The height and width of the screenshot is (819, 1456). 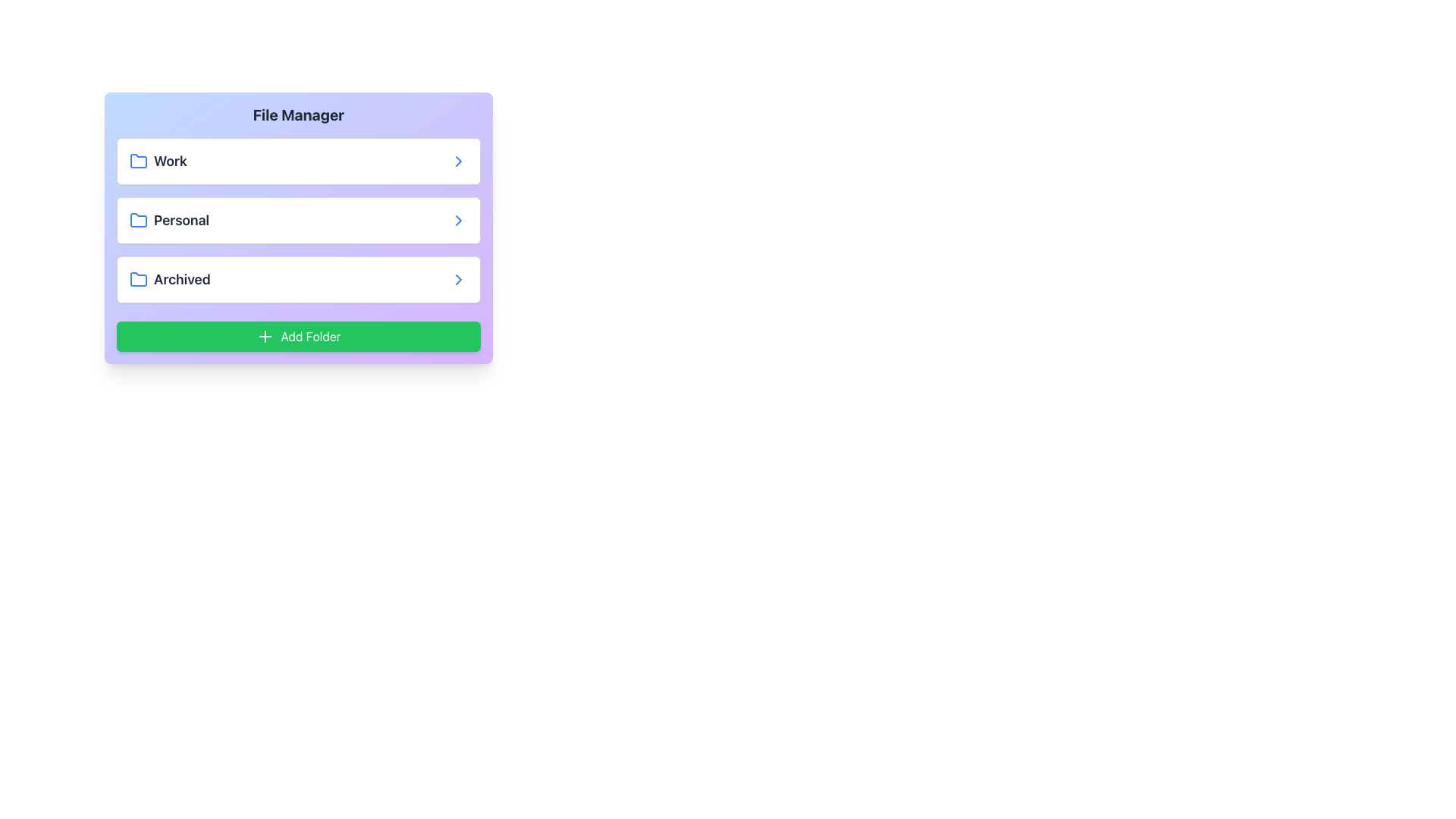 What do you see at coordinates (298, 220) in the screenshot?
I see `the 'Personal' folder representation, which is the second item in the vertical list within the 'File Manager' section, positioned between 'Work' and 'Archived'` at bounding box center [298, 220].